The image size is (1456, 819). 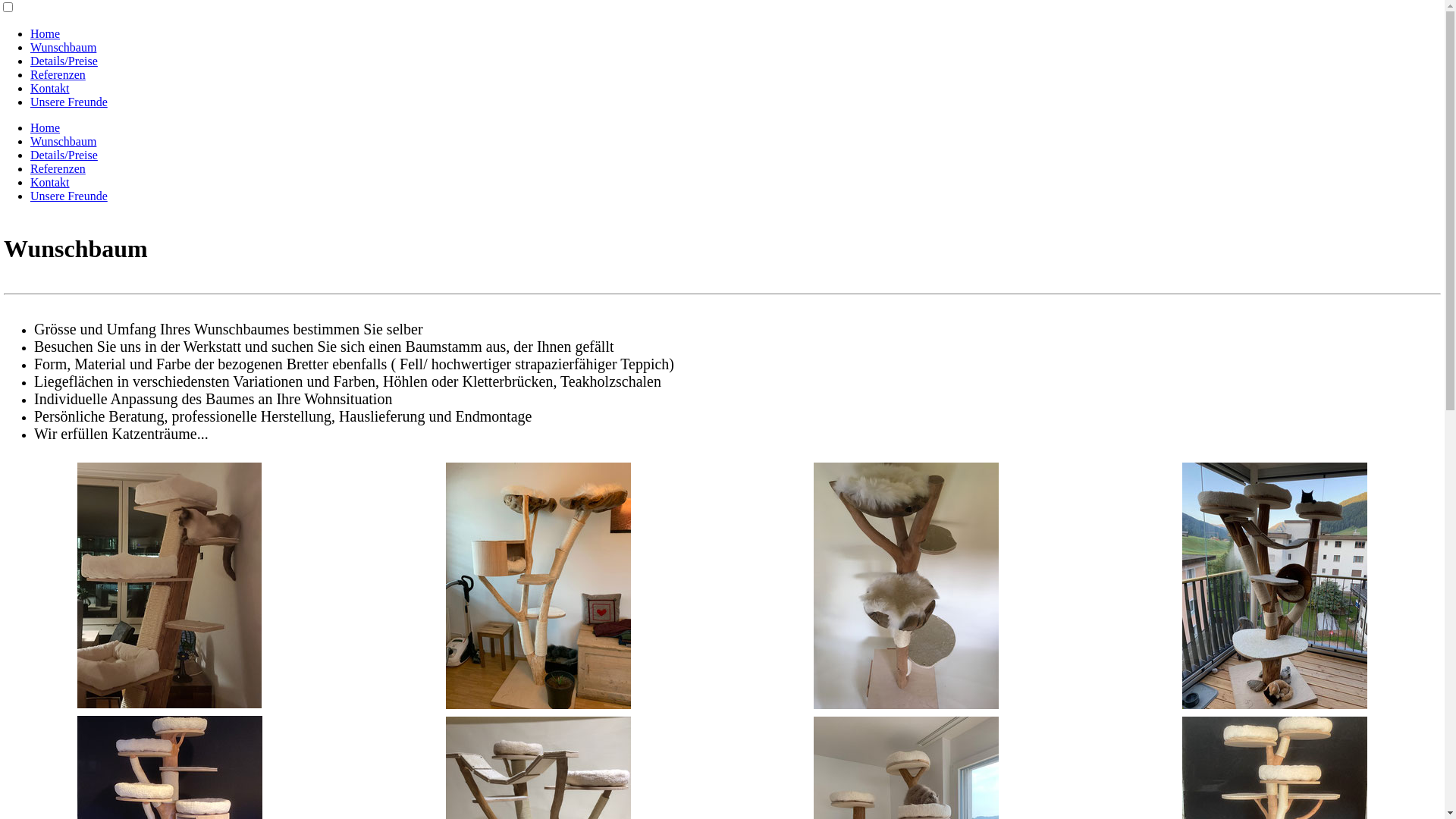 I want to click on 'Unsere Freunde', so click(x=30, y=195).